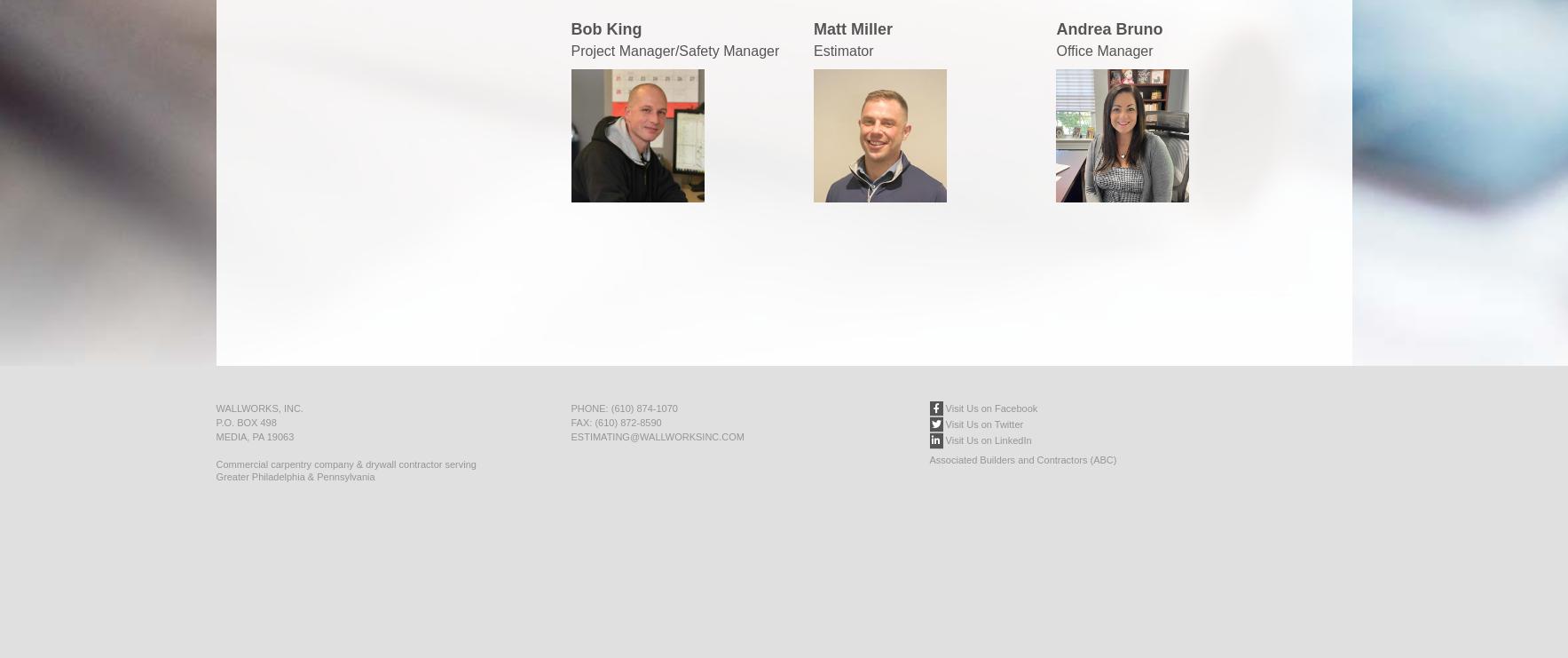 The width and height of the screenshot is (1568, 658). What do you see at coordinates (258, 408) in the screenshot?
I see `'WALLWORKS, INC.'` at bounding box center [258, 408].